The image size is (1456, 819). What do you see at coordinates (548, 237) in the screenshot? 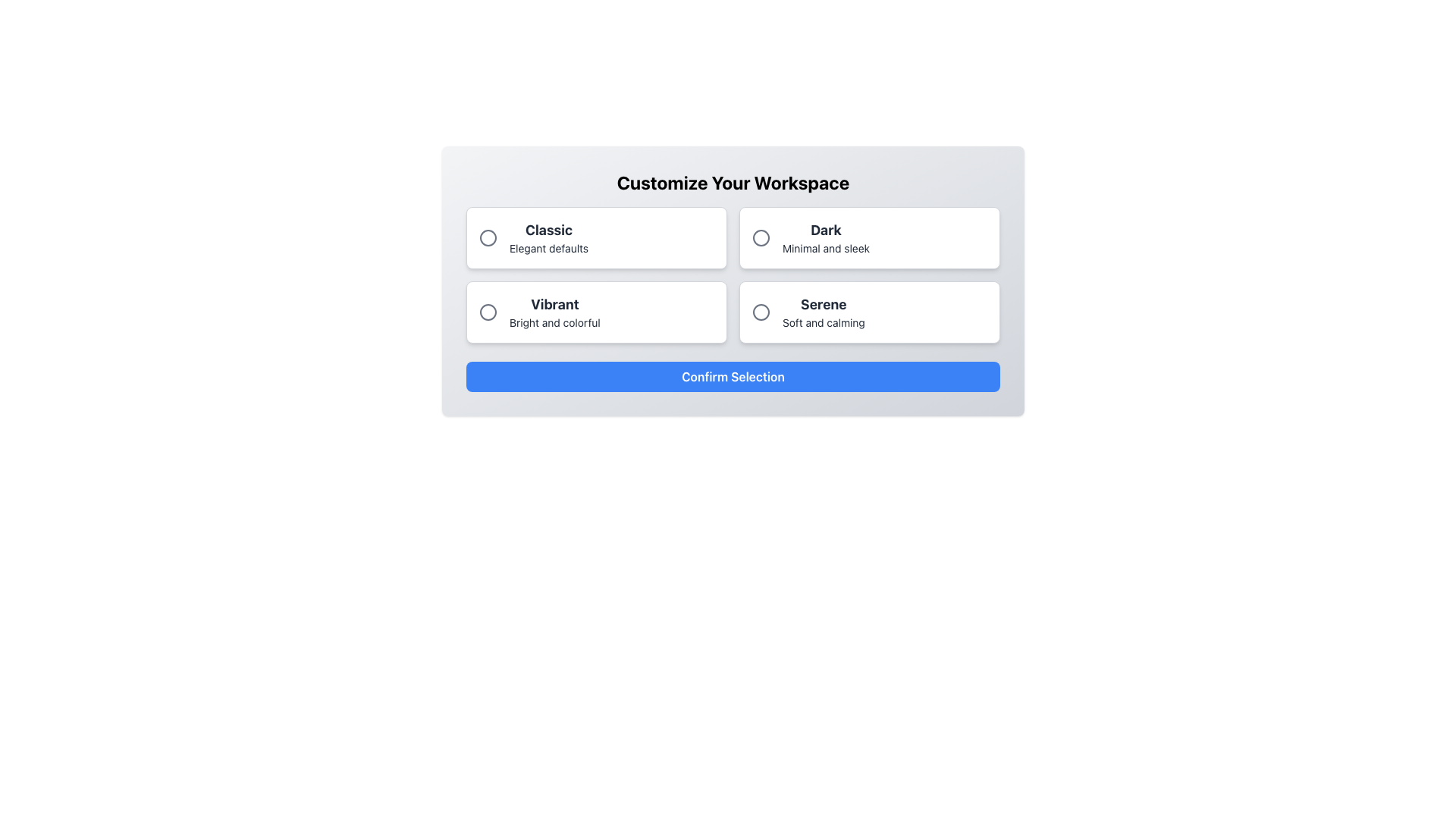
I see `the text label displaying the selectable option for customizing the workspace theme, which highlights the theme name 'Classic' and includes the description 'Elegant defaults'` at bounding box center [548, 237].